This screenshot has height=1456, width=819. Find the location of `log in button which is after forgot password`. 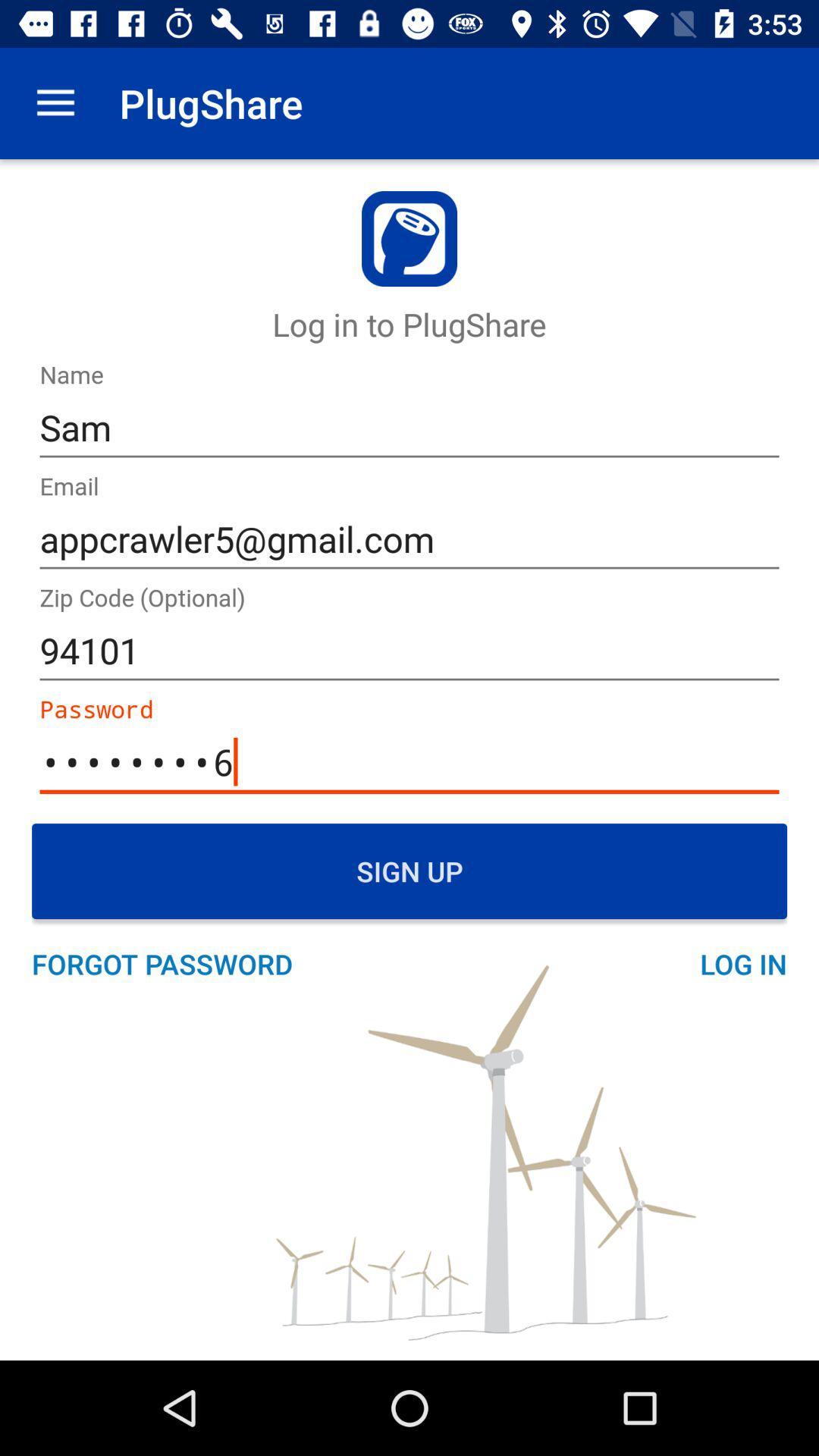

log in button which is after forgot password is located at coordinates (734, 963).